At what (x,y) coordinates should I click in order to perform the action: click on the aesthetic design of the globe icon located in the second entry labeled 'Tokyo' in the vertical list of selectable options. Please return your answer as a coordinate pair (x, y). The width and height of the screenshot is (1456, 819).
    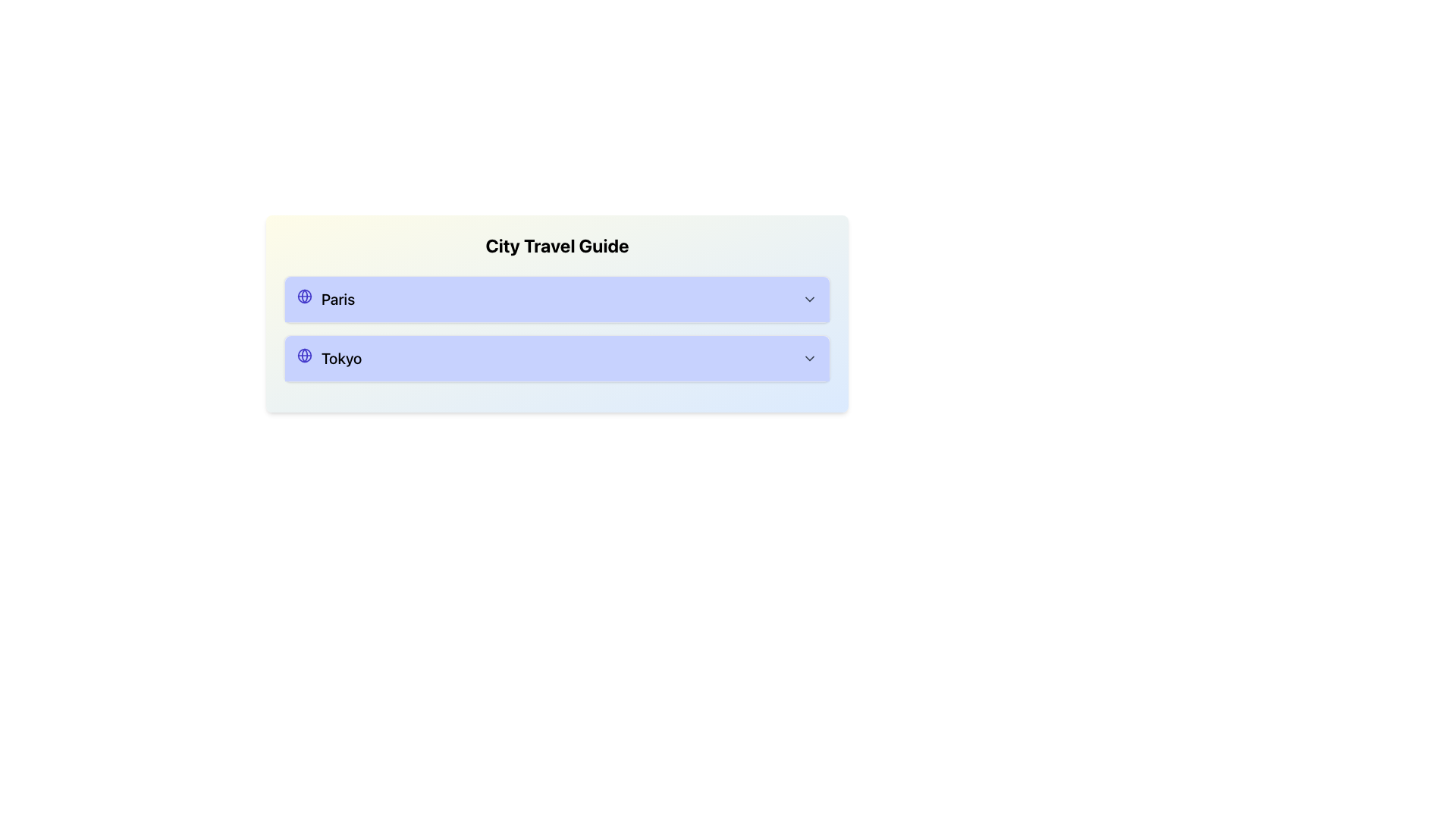
    Looking at the image, I should click on (304, 356).